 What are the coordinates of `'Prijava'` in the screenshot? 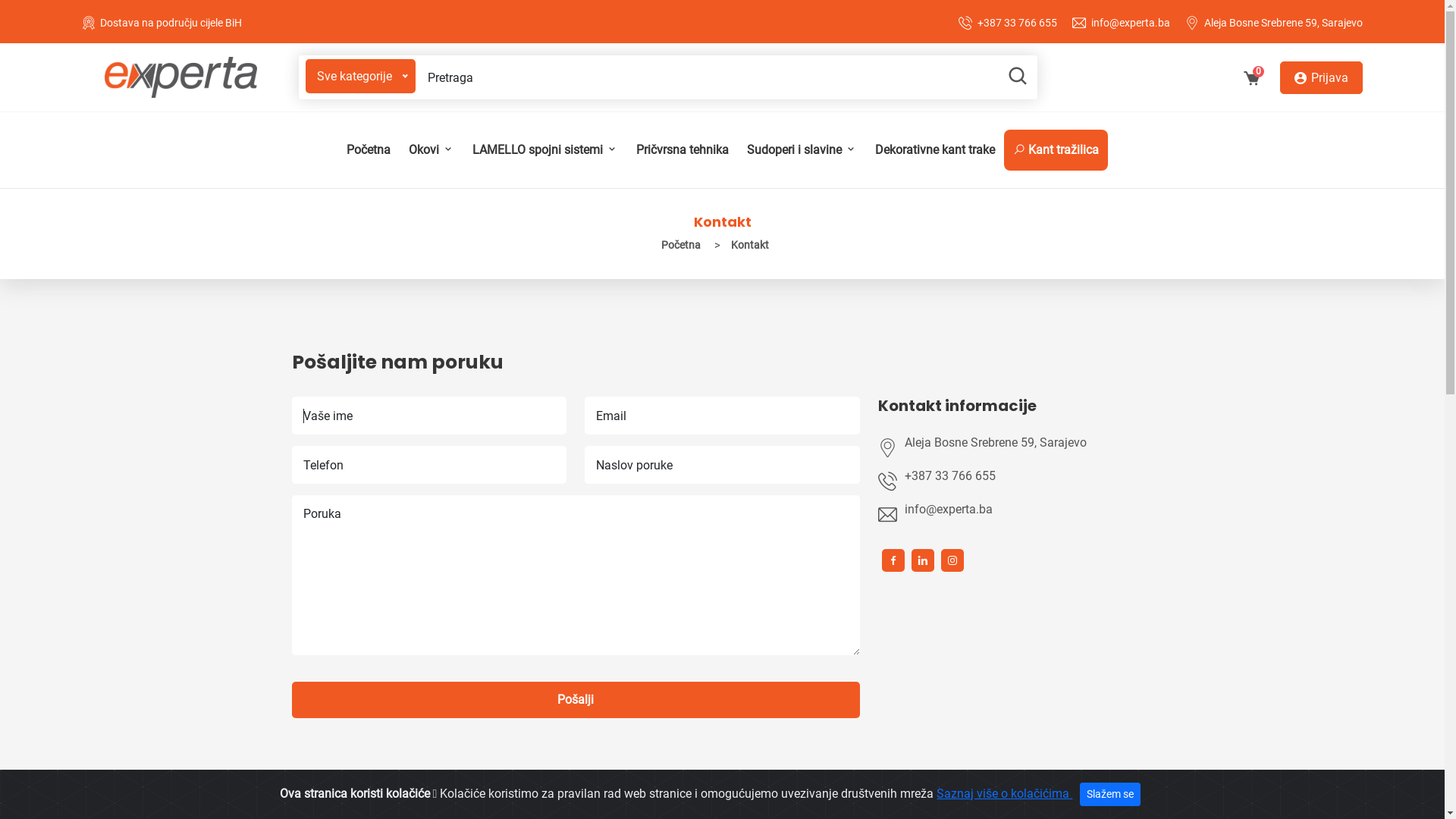 It's located at (1320, 77).